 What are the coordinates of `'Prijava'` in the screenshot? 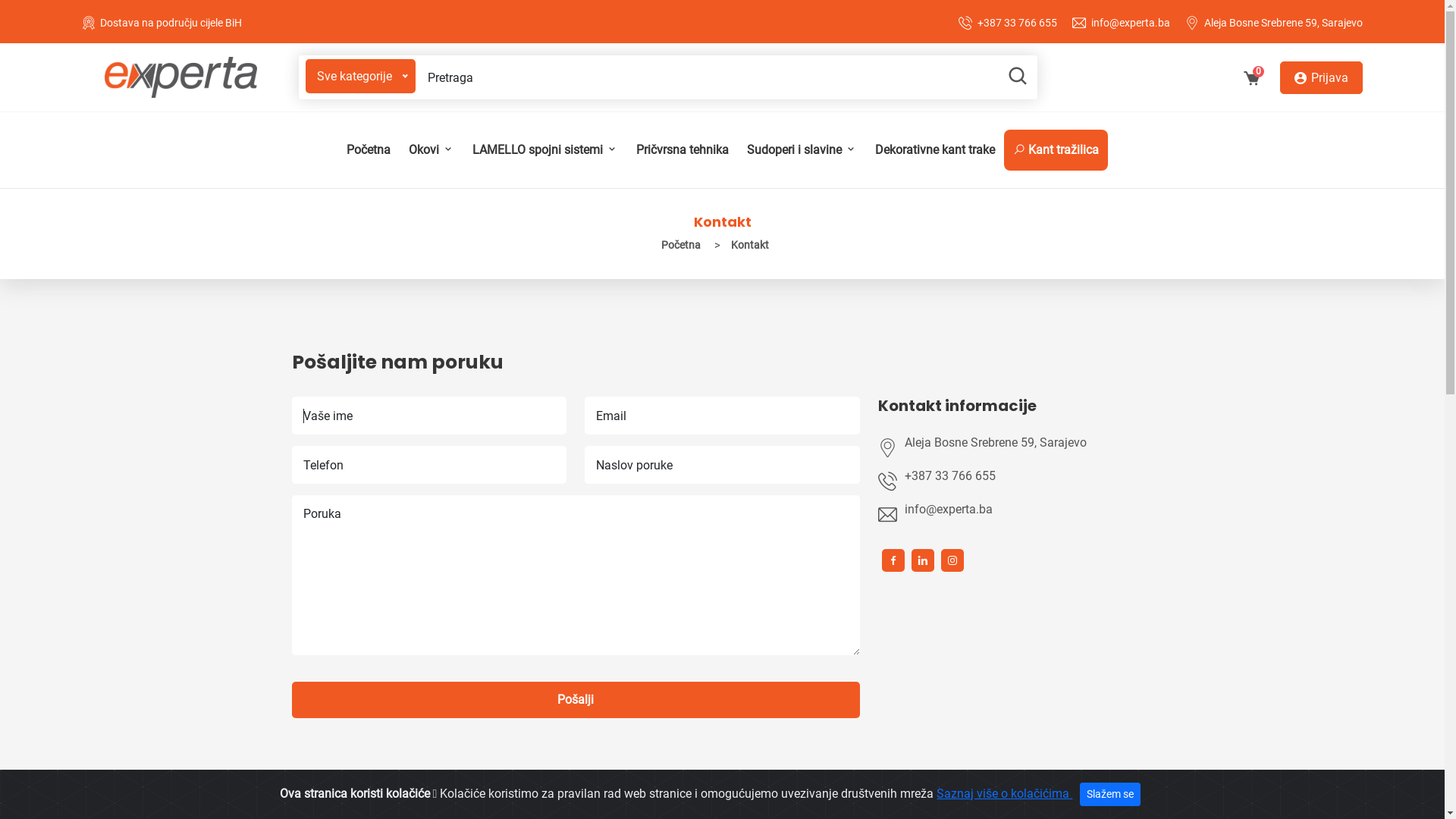 It's located at (1320, 77).